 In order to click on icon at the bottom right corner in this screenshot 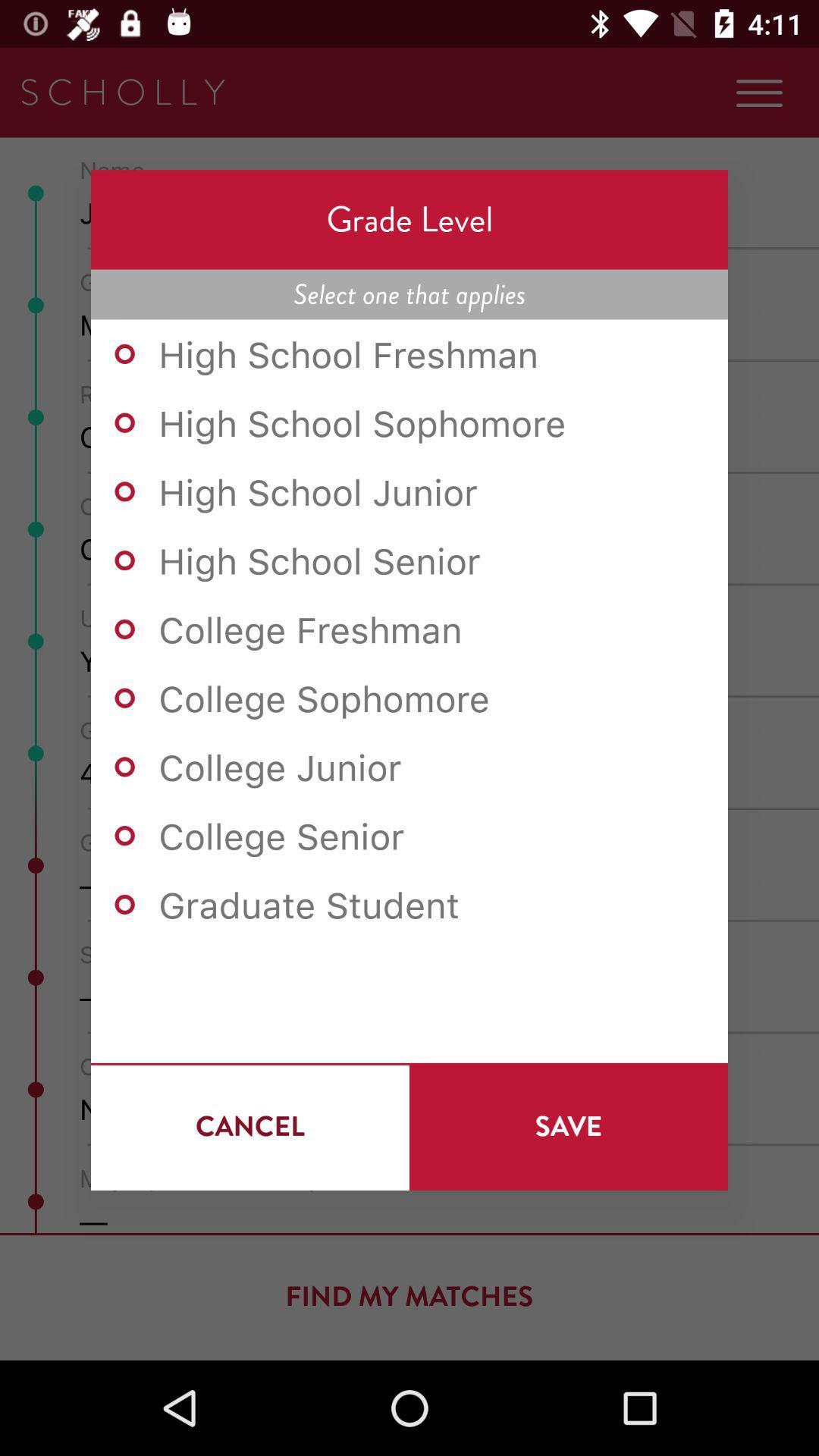, I will do `click(568, 1126)`.